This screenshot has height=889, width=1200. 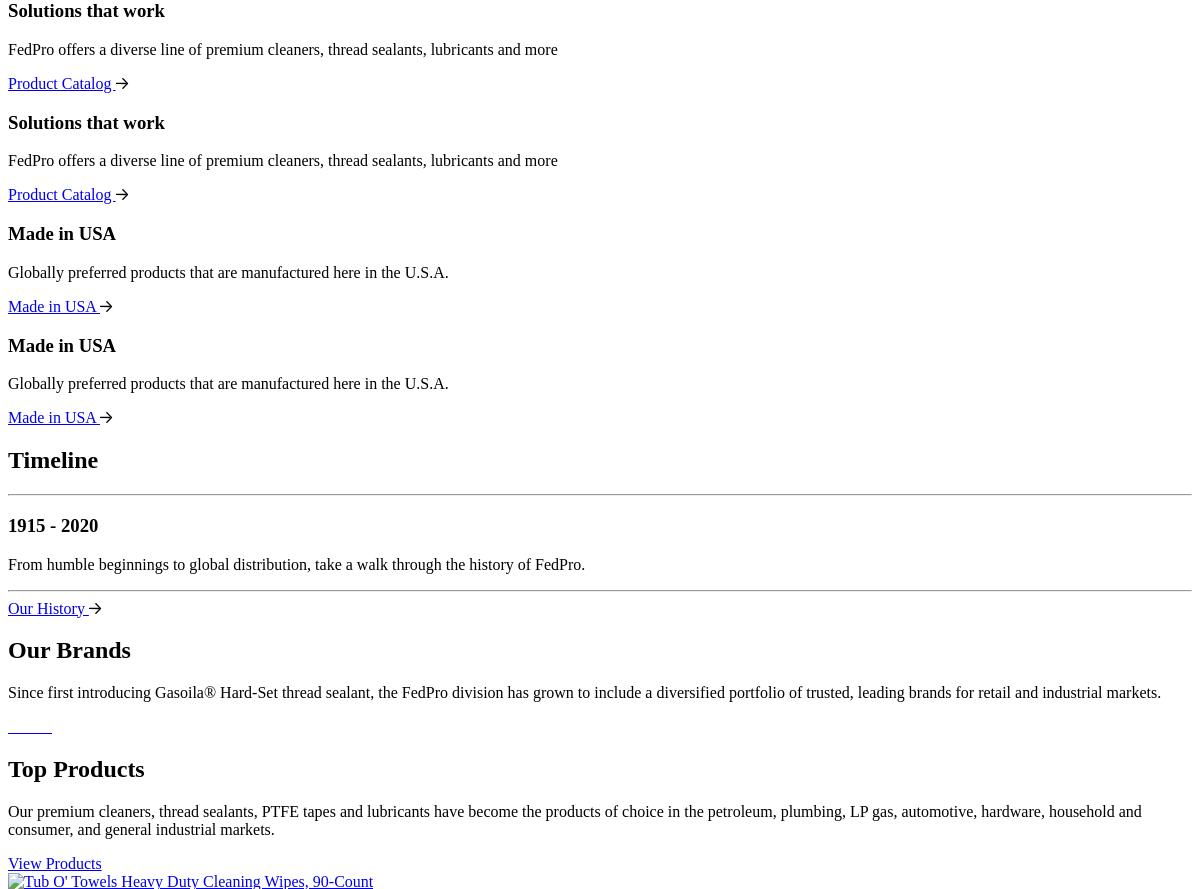 What do you see at coordinates (69, 650) in the screenshot?
I see `'Our Brands'` at bounding box center [69, 650].